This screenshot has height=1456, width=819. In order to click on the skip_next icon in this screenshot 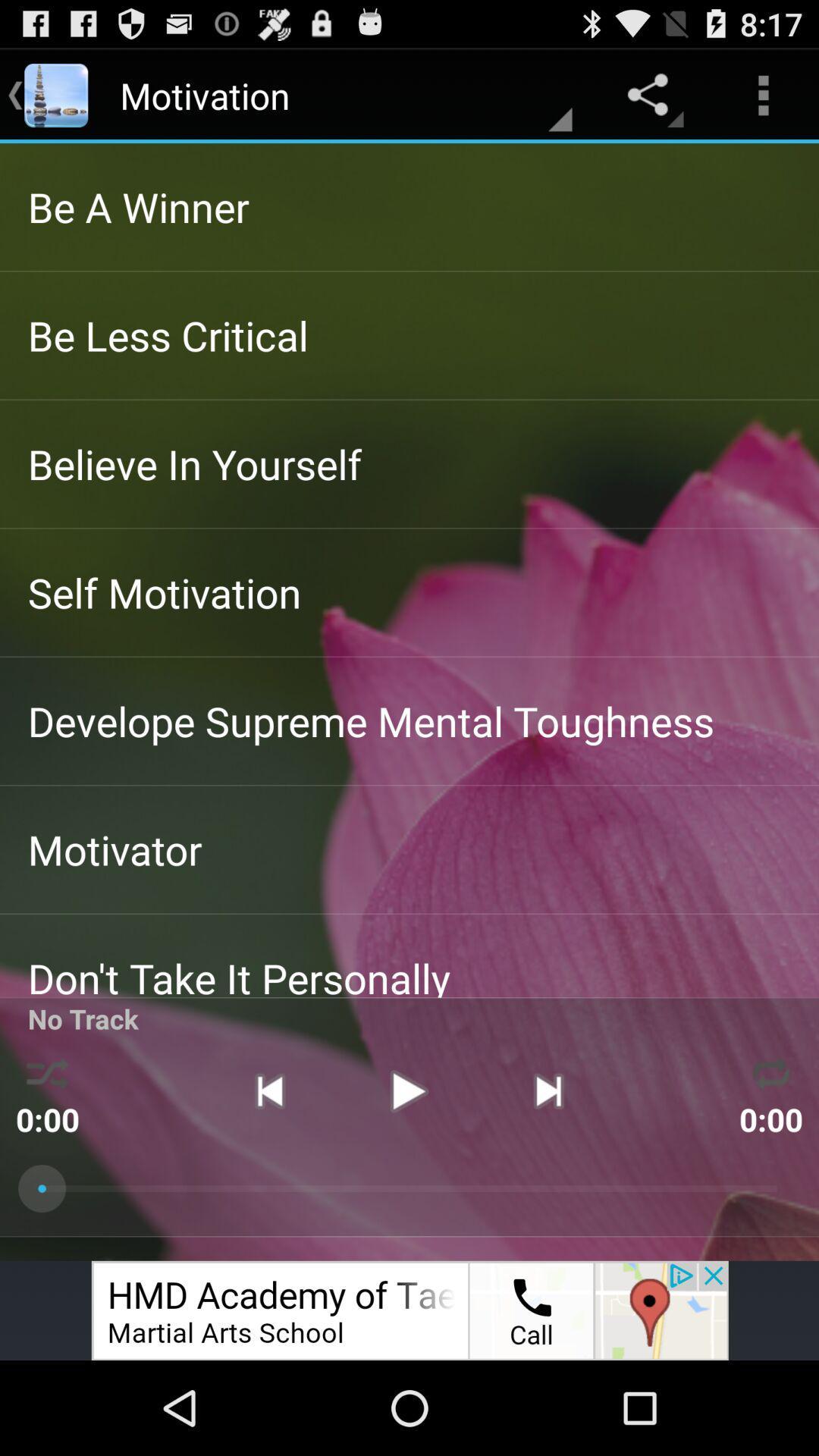, I will do `click(548, 1166)`.